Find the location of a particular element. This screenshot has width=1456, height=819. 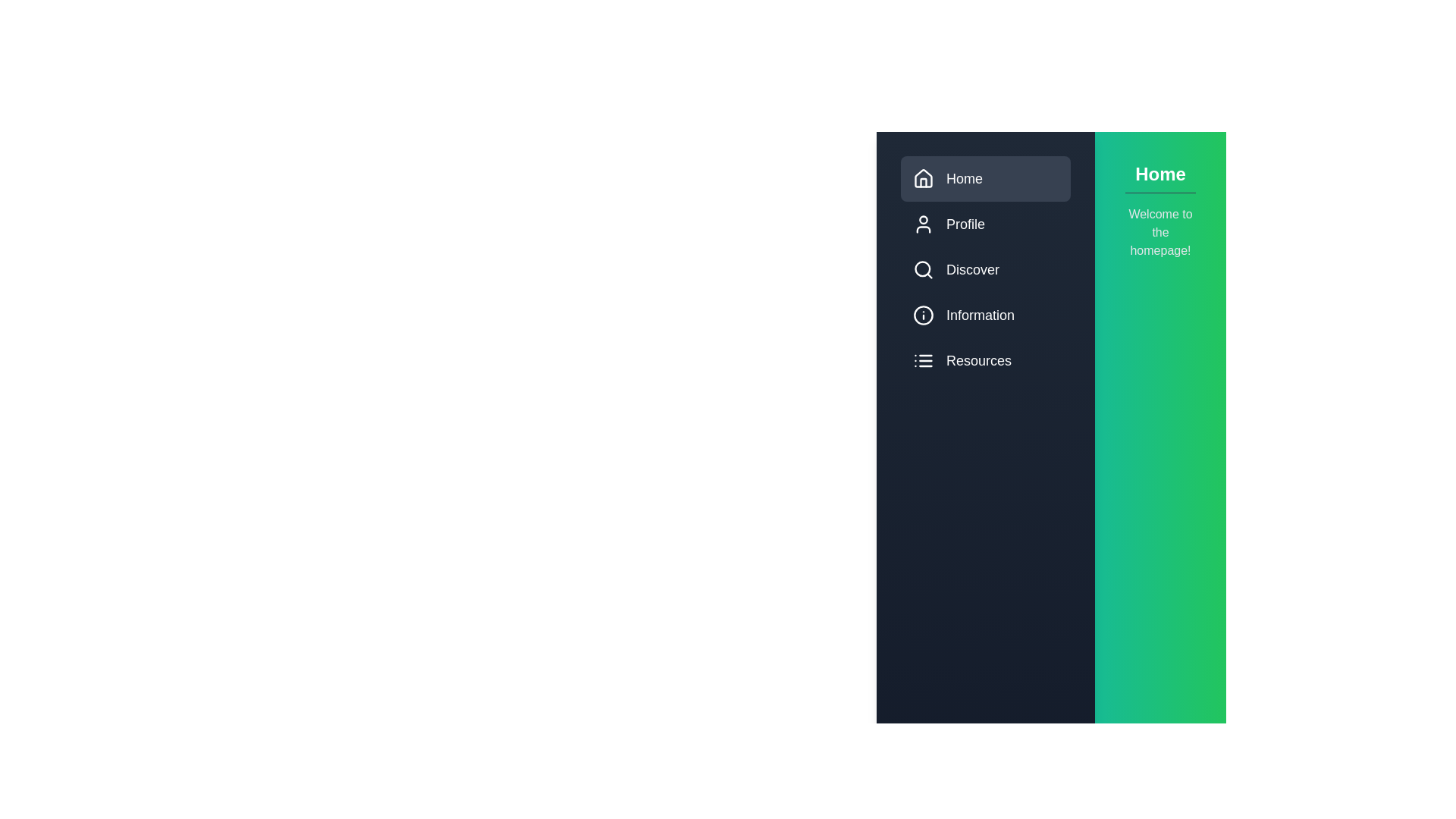

the menu item labeled Resources to switch the active content is located at coordinates (986, 360).